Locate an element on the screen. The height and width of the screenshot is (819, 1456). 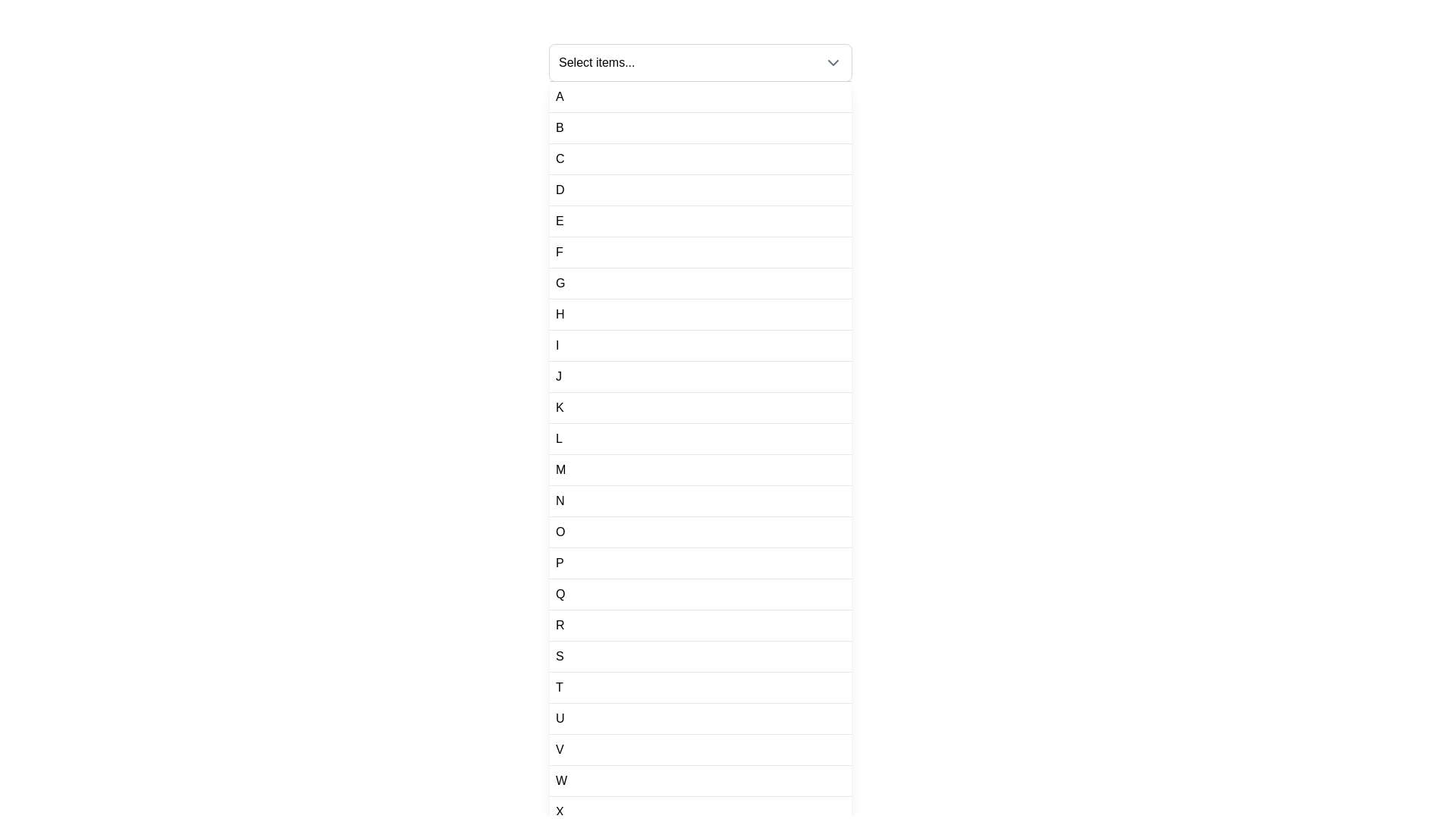
the Text item in the dropdown menu, which is the 15th item in the list is located at coordinates (560, 532).